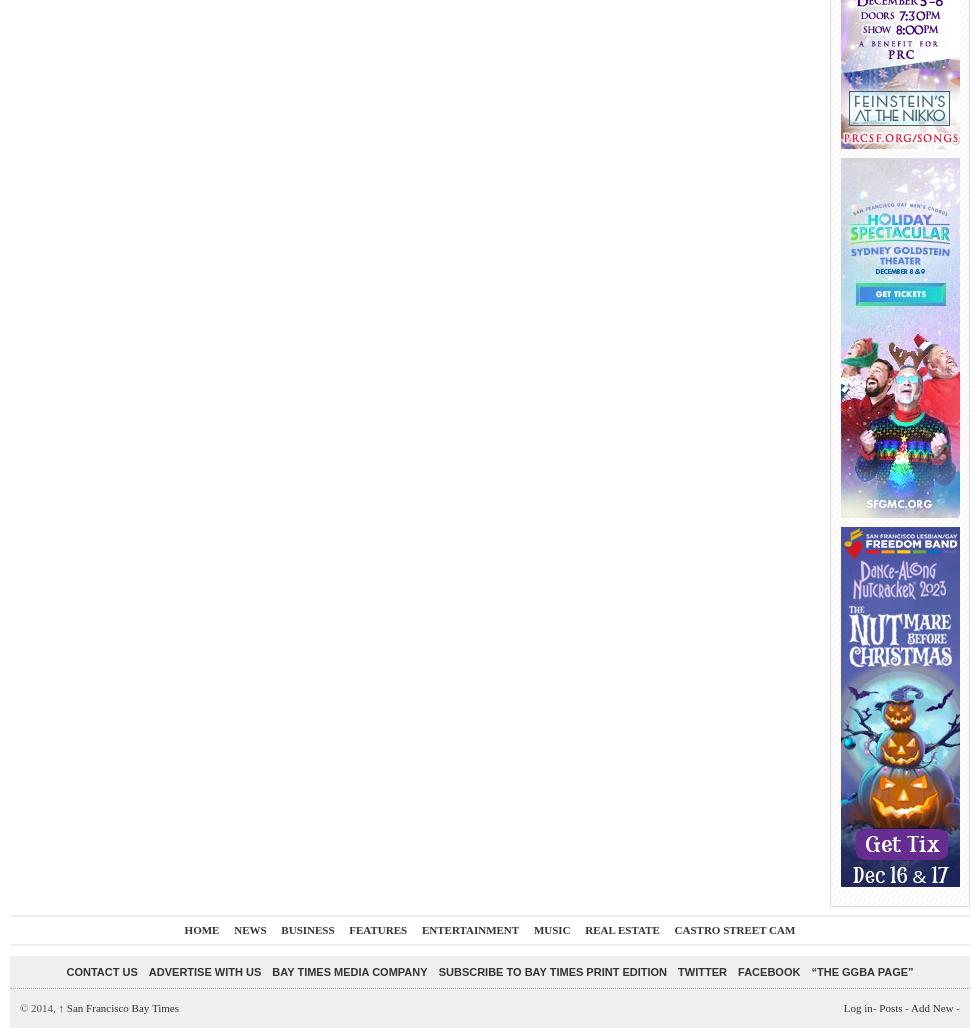 The image size is (980, 1035). What do you see at coordinates (738, 970) in the screenshot?
I see `'Facebook'` at bounding box center [738, 970].